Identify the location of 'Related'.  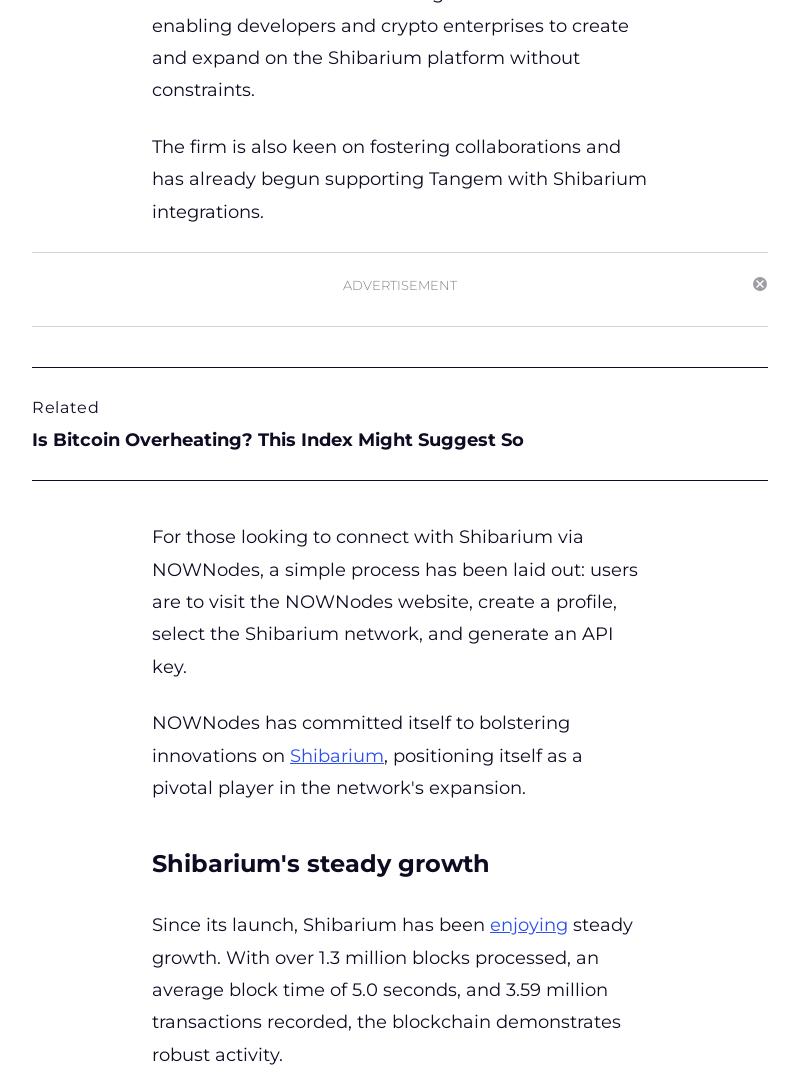
(64, 406).